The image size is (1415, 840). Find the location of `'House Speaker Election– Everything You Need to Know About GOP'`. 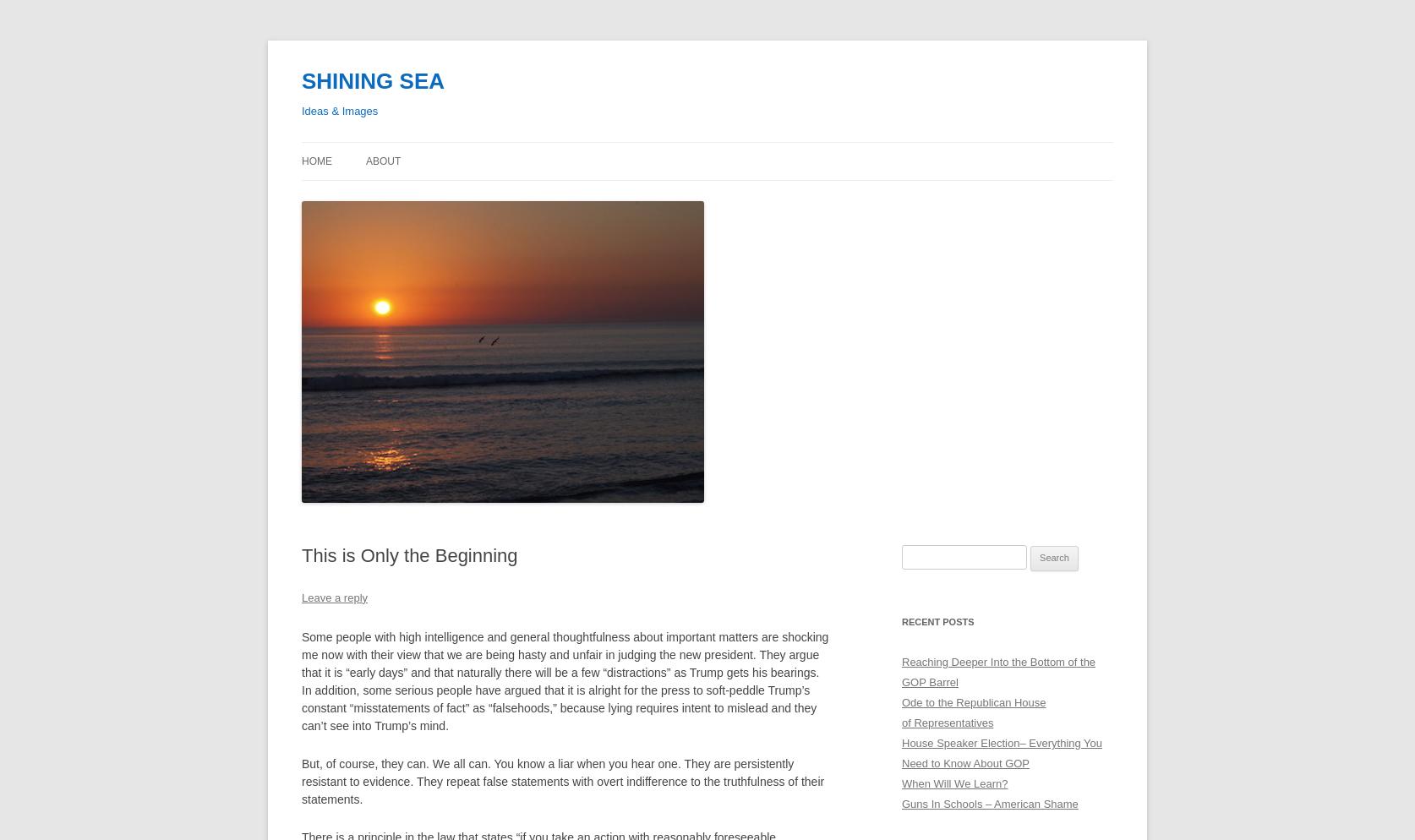

'House Speaker Election– Everything You Need to Know About GOP' is located at coordinates (901, 752).